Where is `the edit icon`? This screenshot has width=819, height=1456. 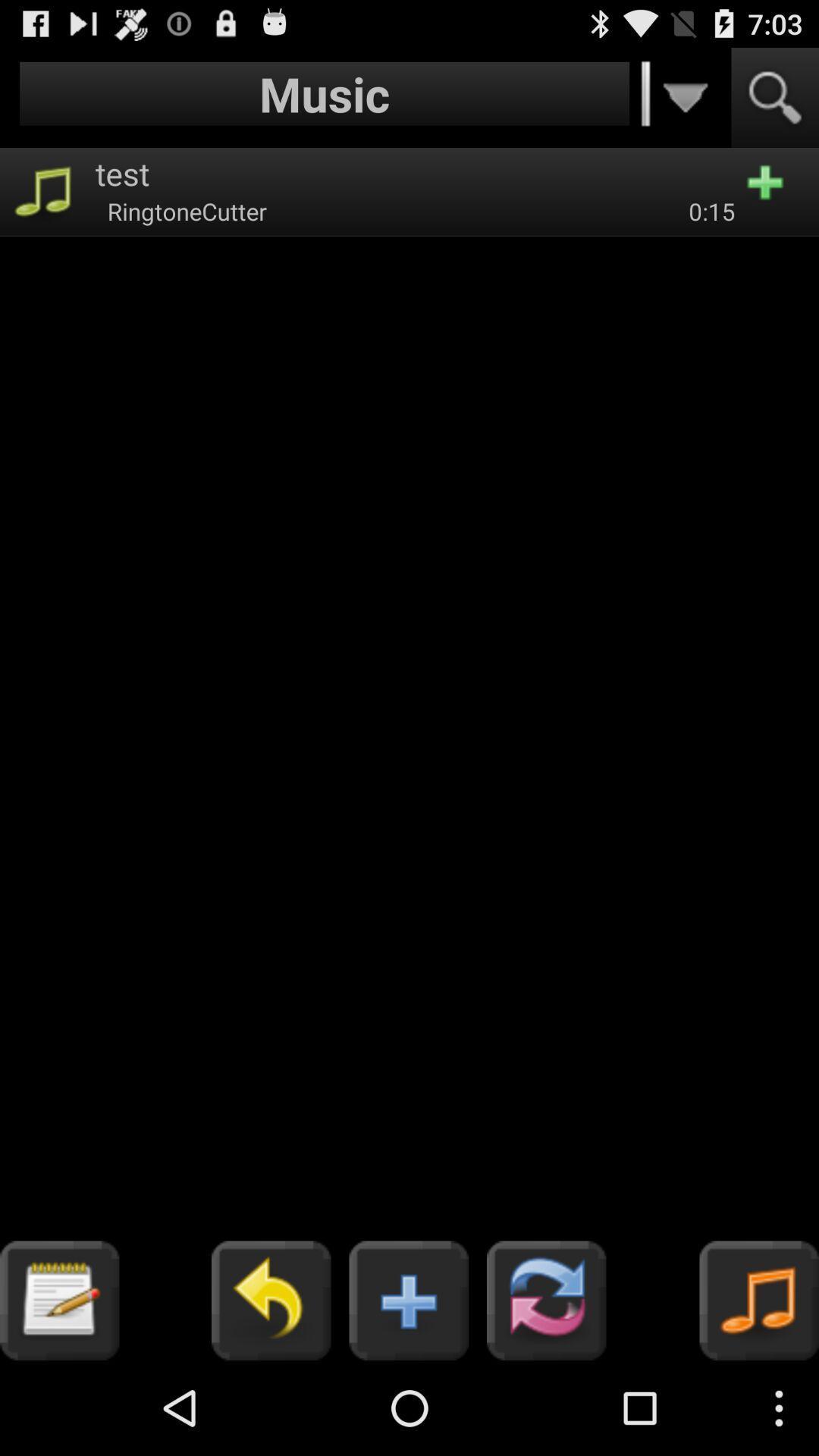 the edit icon is located at coordinates (58, 1392).